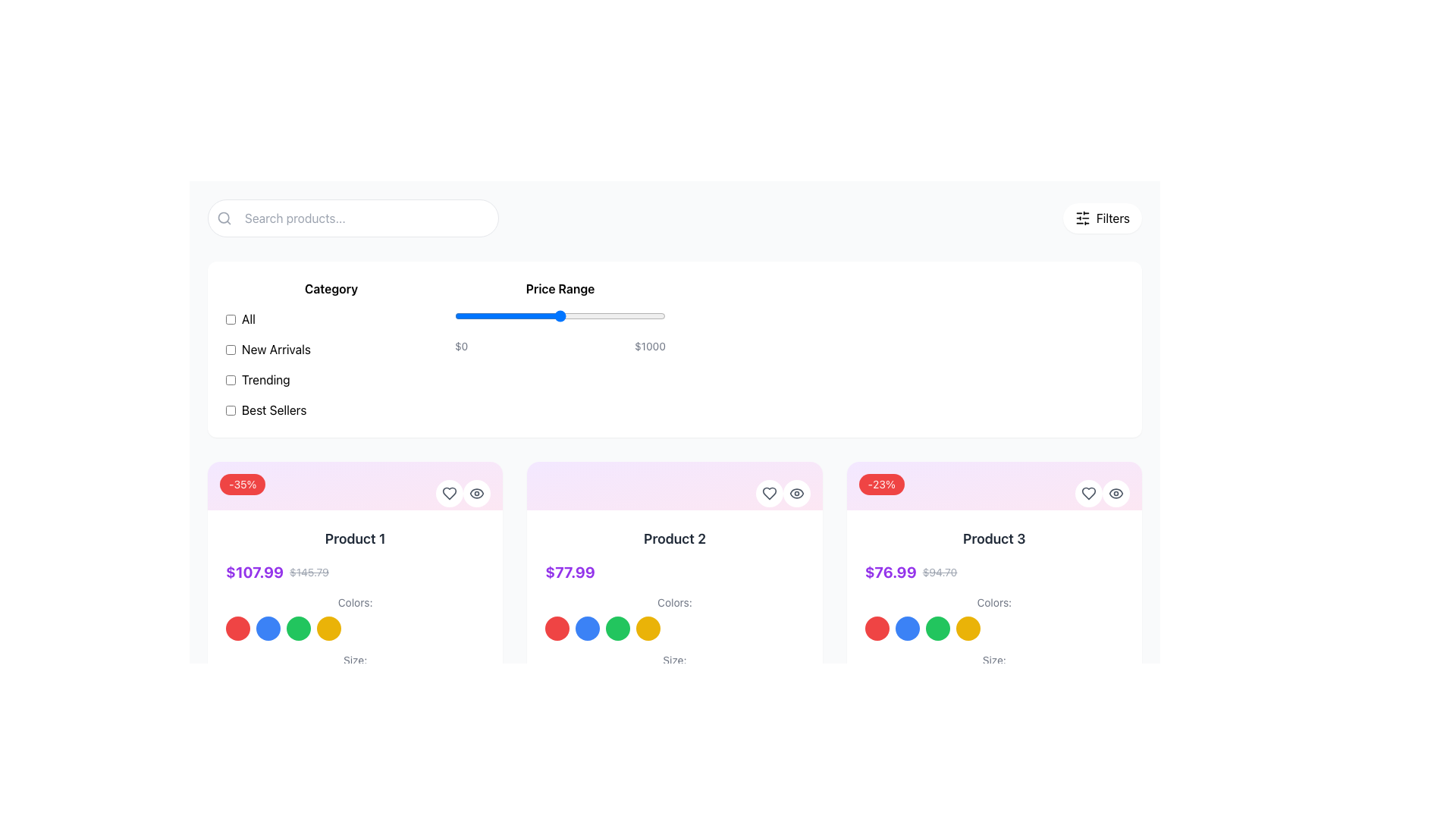 This screenshot has width=1456, height=819. What do you see at coordinates (255, 573) in the screenshot?
I see `the bold, purple-colored text label displaying the price '$107.99' in the pricing section of the first product card` at bounding box center [255, 573].